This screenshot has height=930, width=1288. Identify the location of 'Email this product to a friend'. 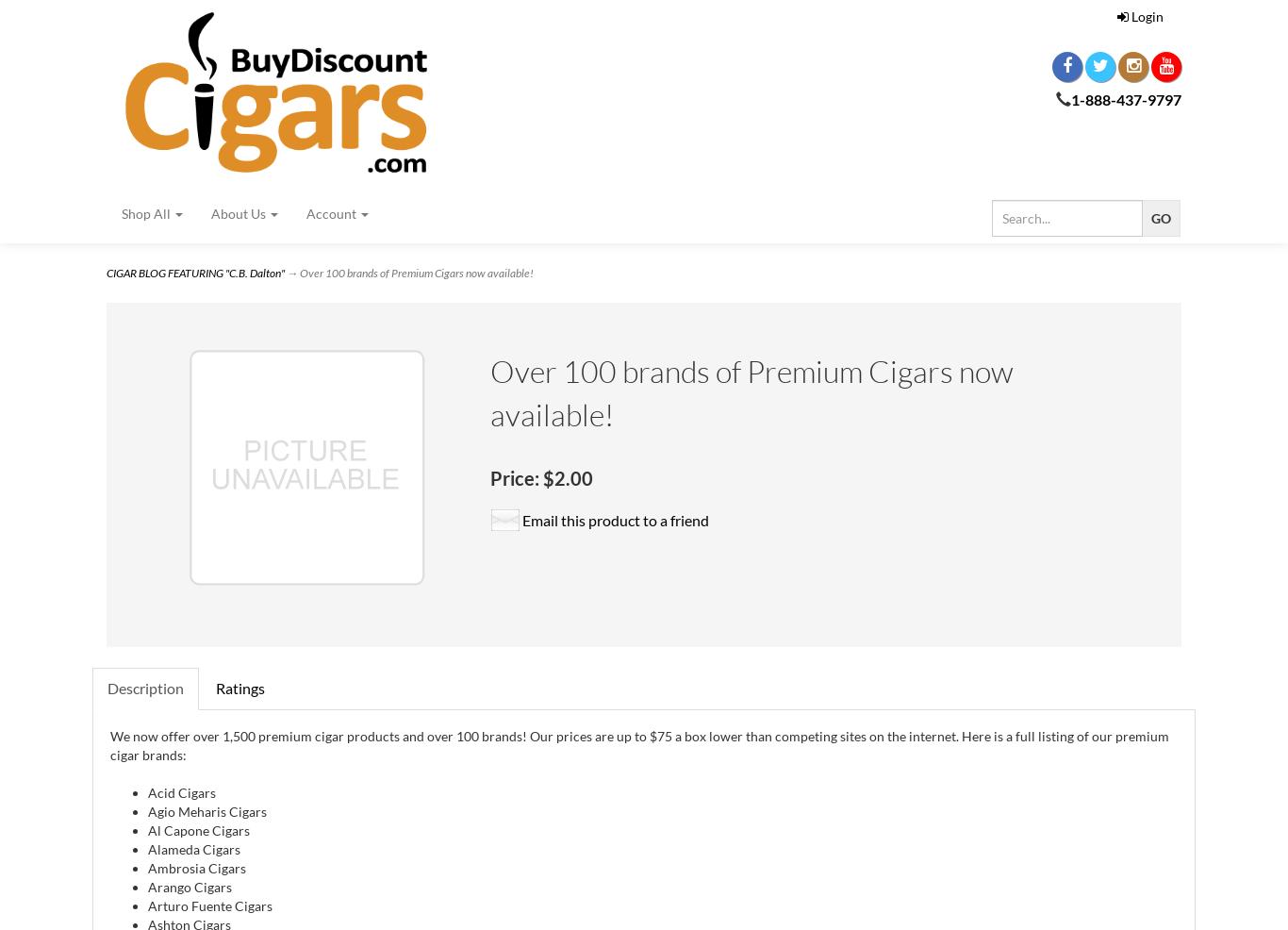
(520, 519).